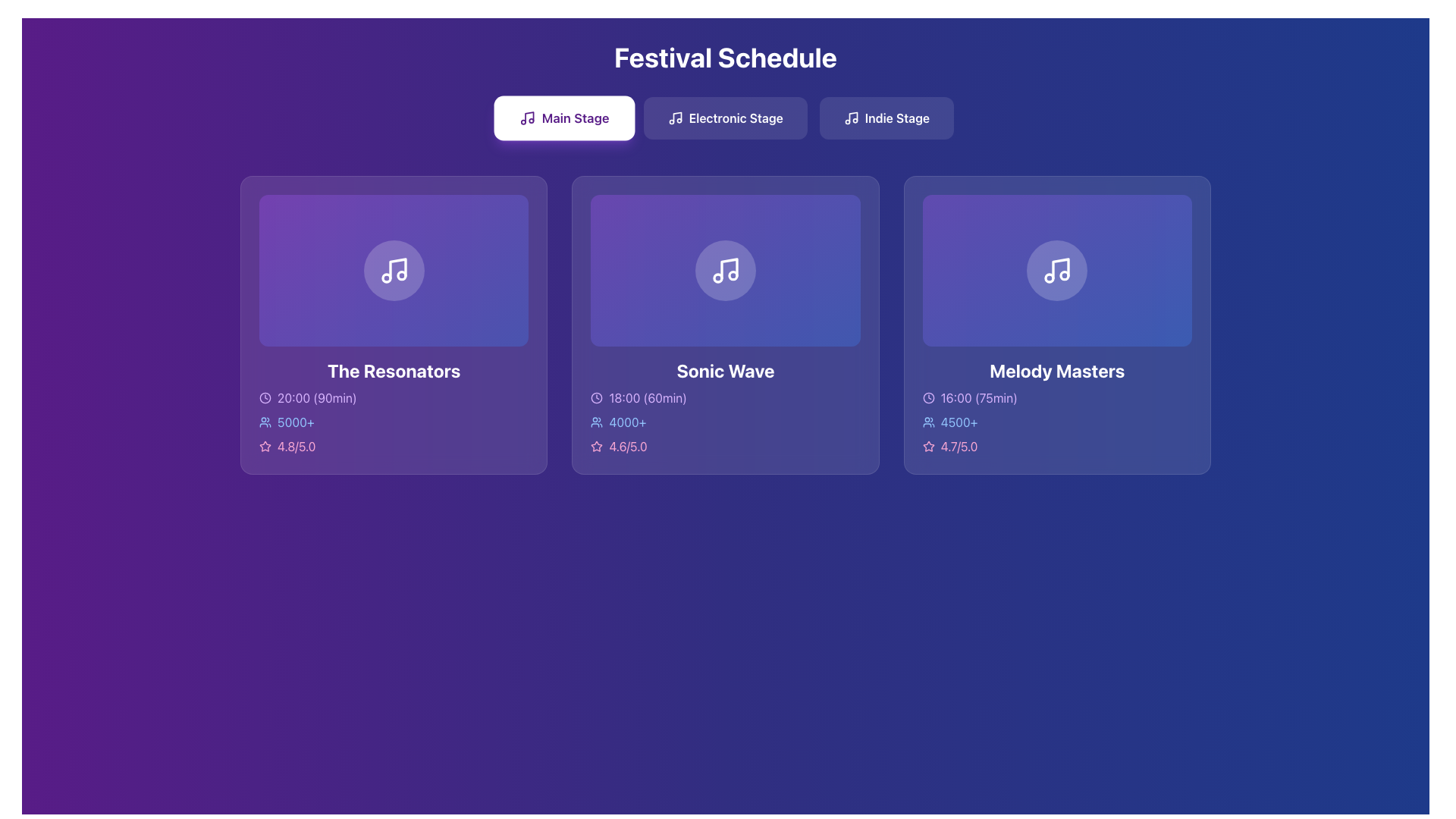 This screenshot has width=1456, height=819. I want to click on the second circular SVG element representing an inner detail of the music note icon within the 'Sonic Wave' card, so click(733, 275).